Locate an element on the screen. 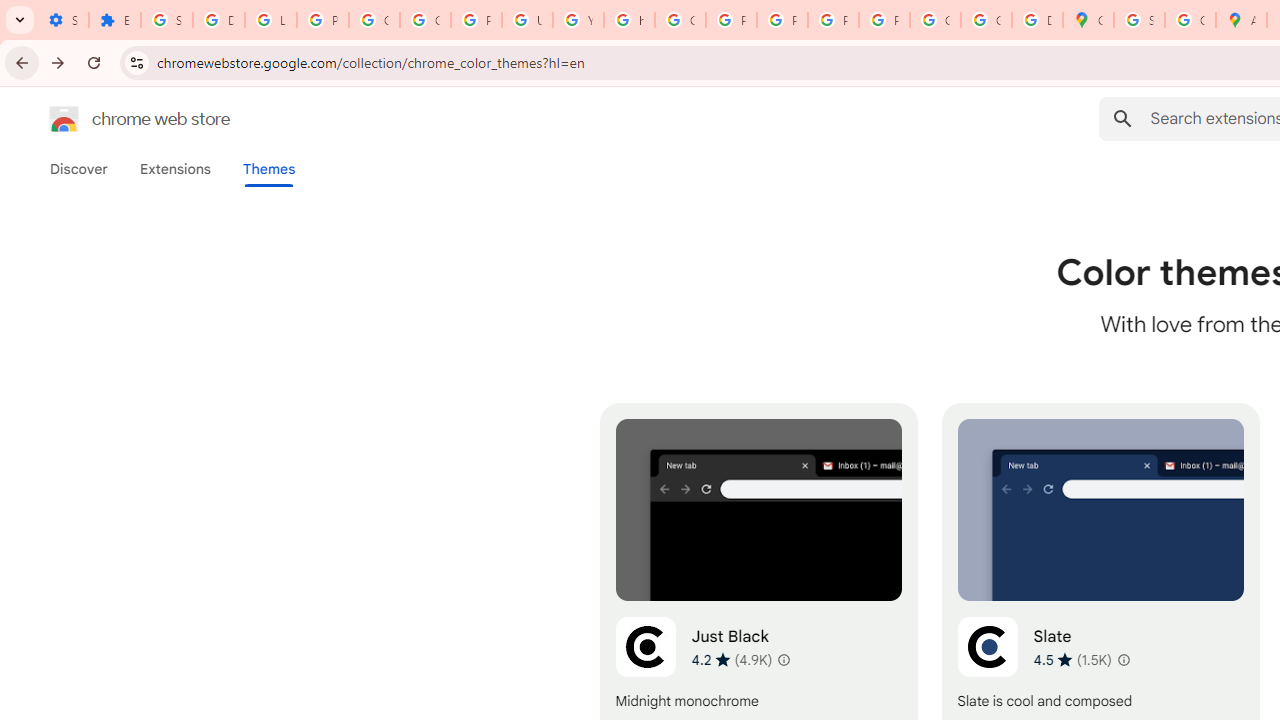 The width and height of the screenshot is (1280, 720). 'Sign in - Google Accounts' is located at coordinates (1139, 20).